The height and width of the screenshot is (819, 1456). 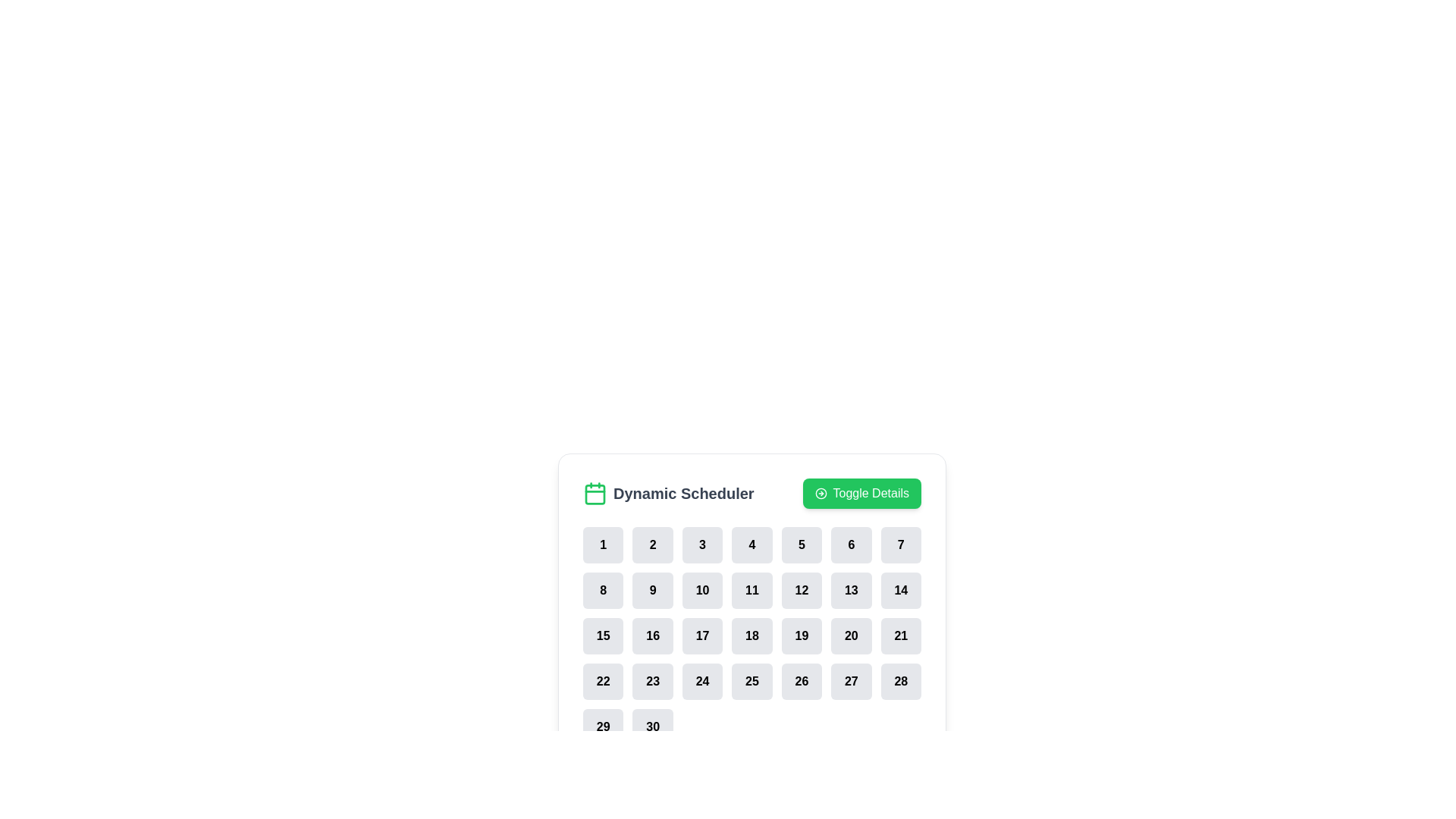 I want to click on the rounded rectangular button with a gray background and the bold number '2' centered in black, so click(x=653, y=544).